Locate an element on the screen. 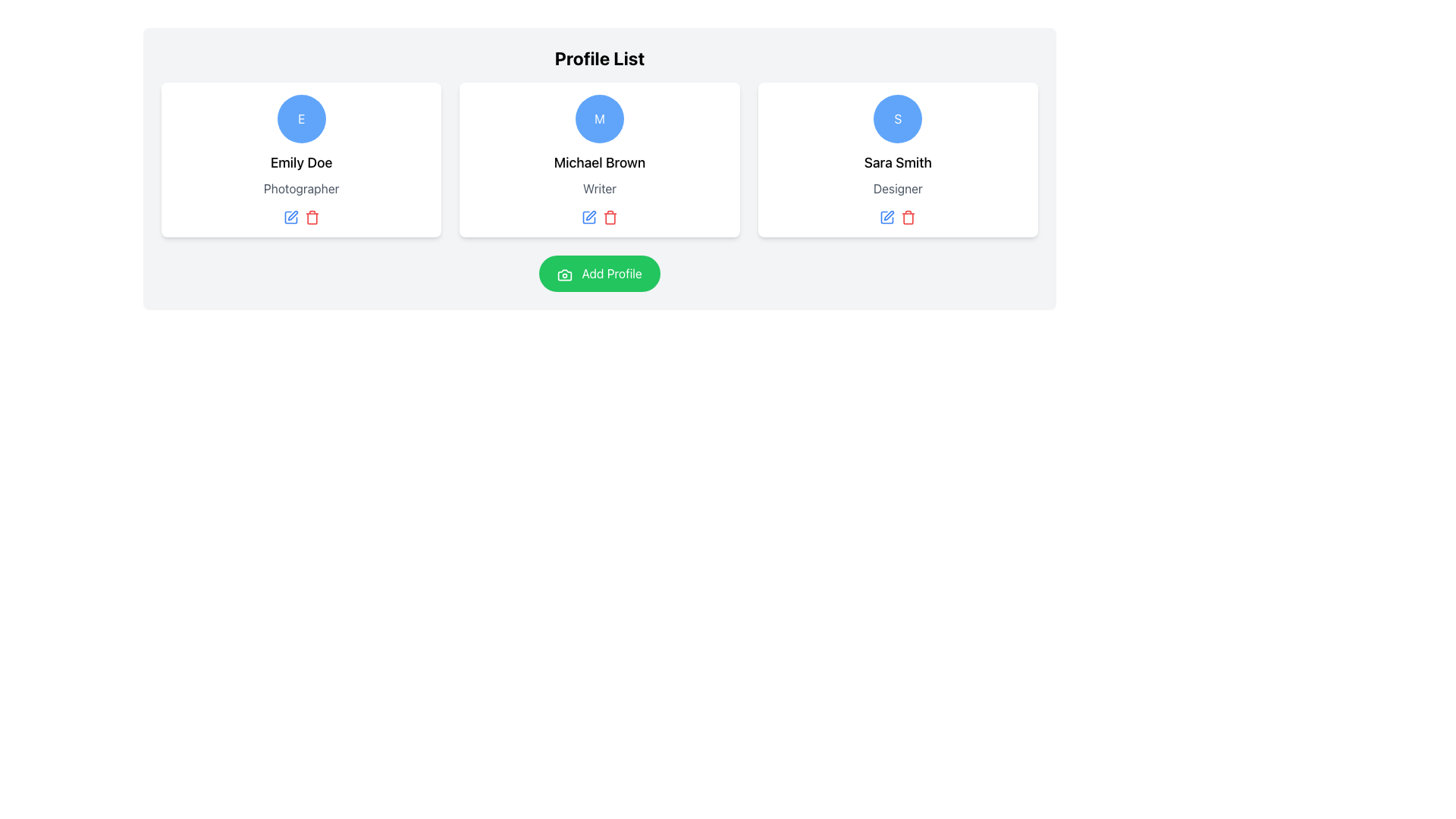 This screenshot has height=819, width=1456. the circular green button located below the profiles section, which has white text and a camera icon to its left is located at coordinates (599, 274).